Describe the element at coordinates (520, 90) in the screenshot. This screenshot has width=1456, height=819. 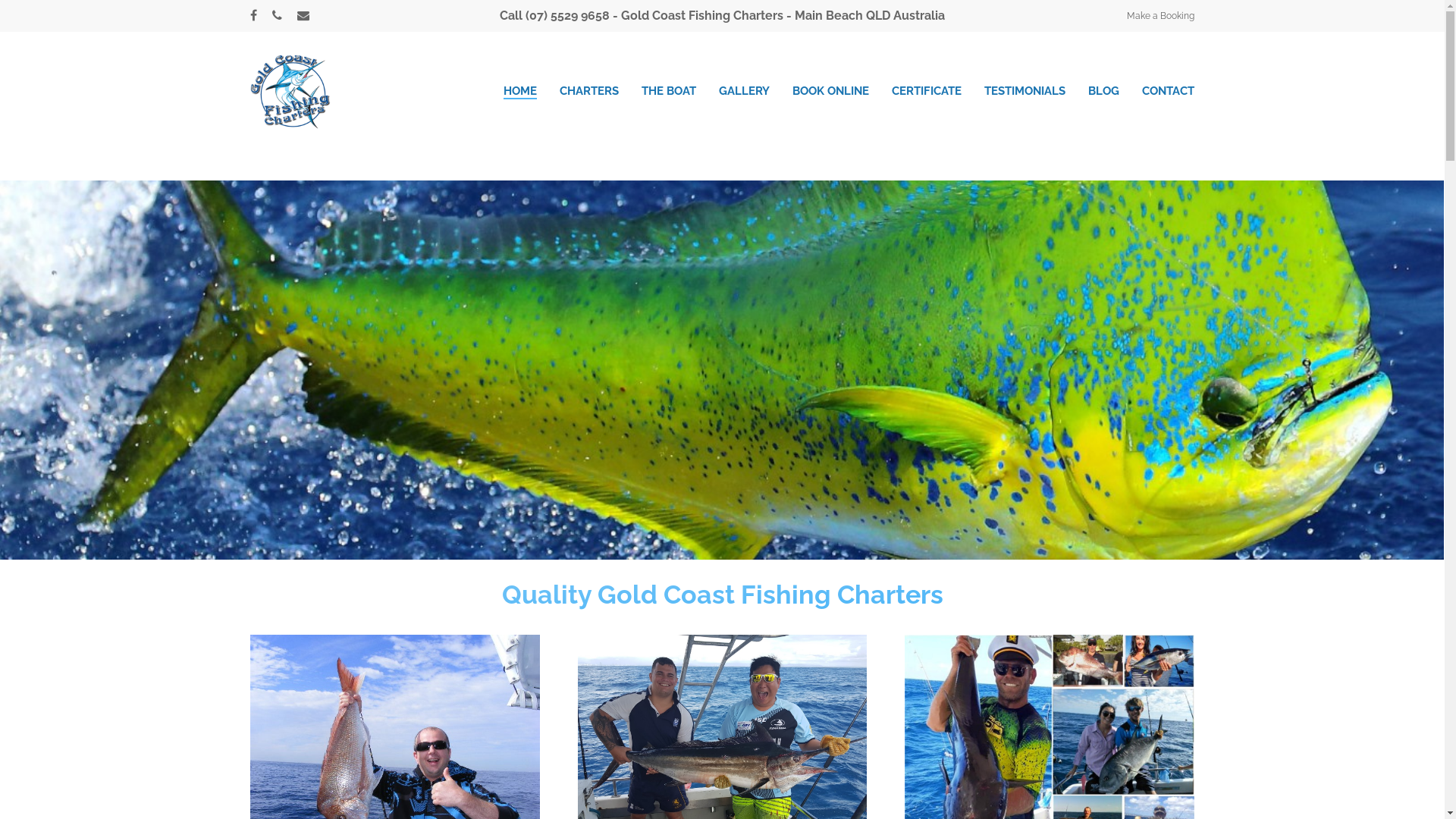
I see `'HOME'` at that location.